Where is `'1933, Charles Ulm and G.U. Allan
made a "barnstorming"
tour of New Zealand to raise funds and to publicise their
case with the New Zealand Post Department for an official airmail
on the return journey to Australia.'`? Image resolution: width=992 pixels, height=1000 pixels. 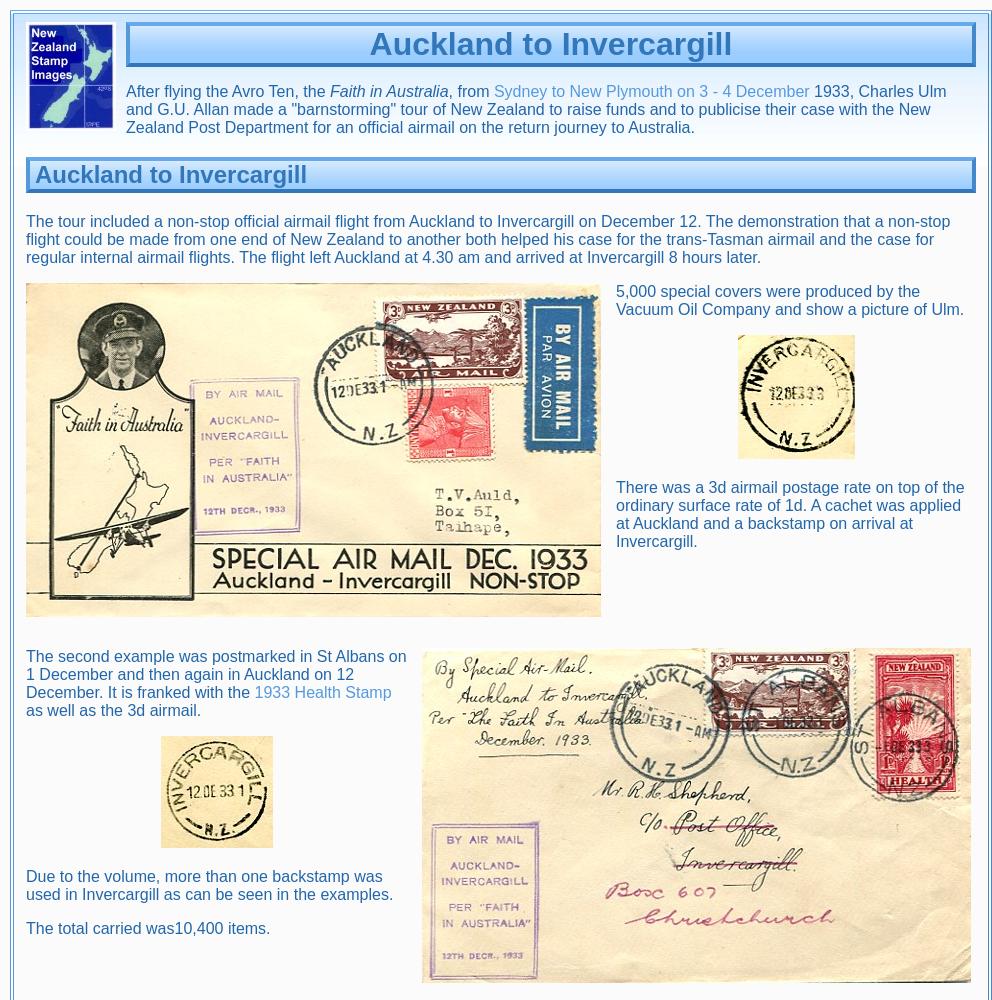
'1933, Charles Ulm and G.U. Allan
made a "barnstorming"
tour of New Zealand to raise funds and to publicise their
case with the New Zealand Post Department for an official airmail
on the return journey to Australia.' is located at coordinates (125, 108).